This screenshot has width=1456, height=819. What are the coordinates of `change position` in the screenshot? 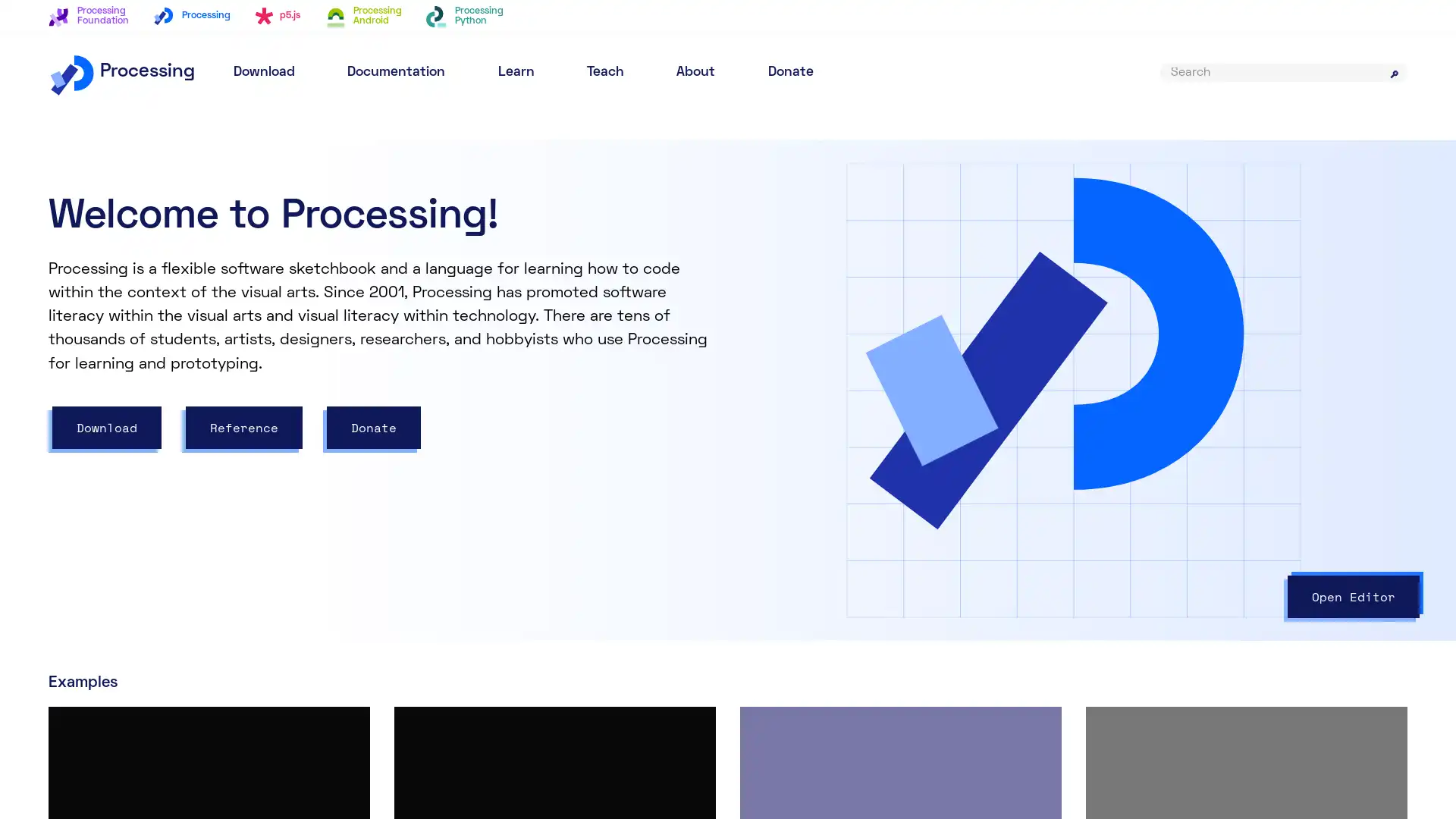 It's located at (864, 503).